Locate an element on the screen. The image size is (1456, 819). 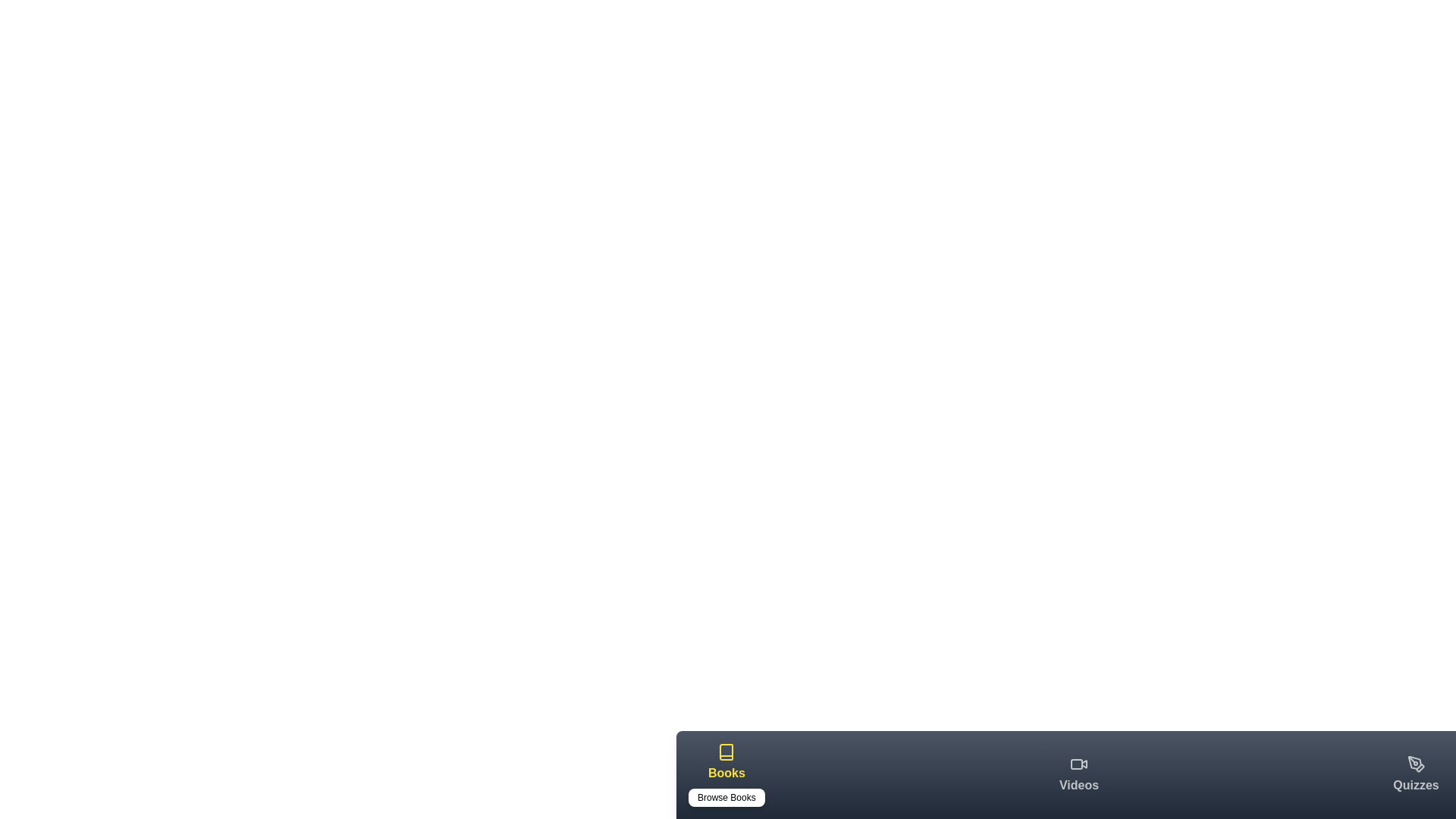
the Videos tab in the bottom navigation is located at coordinates (1078, 775).